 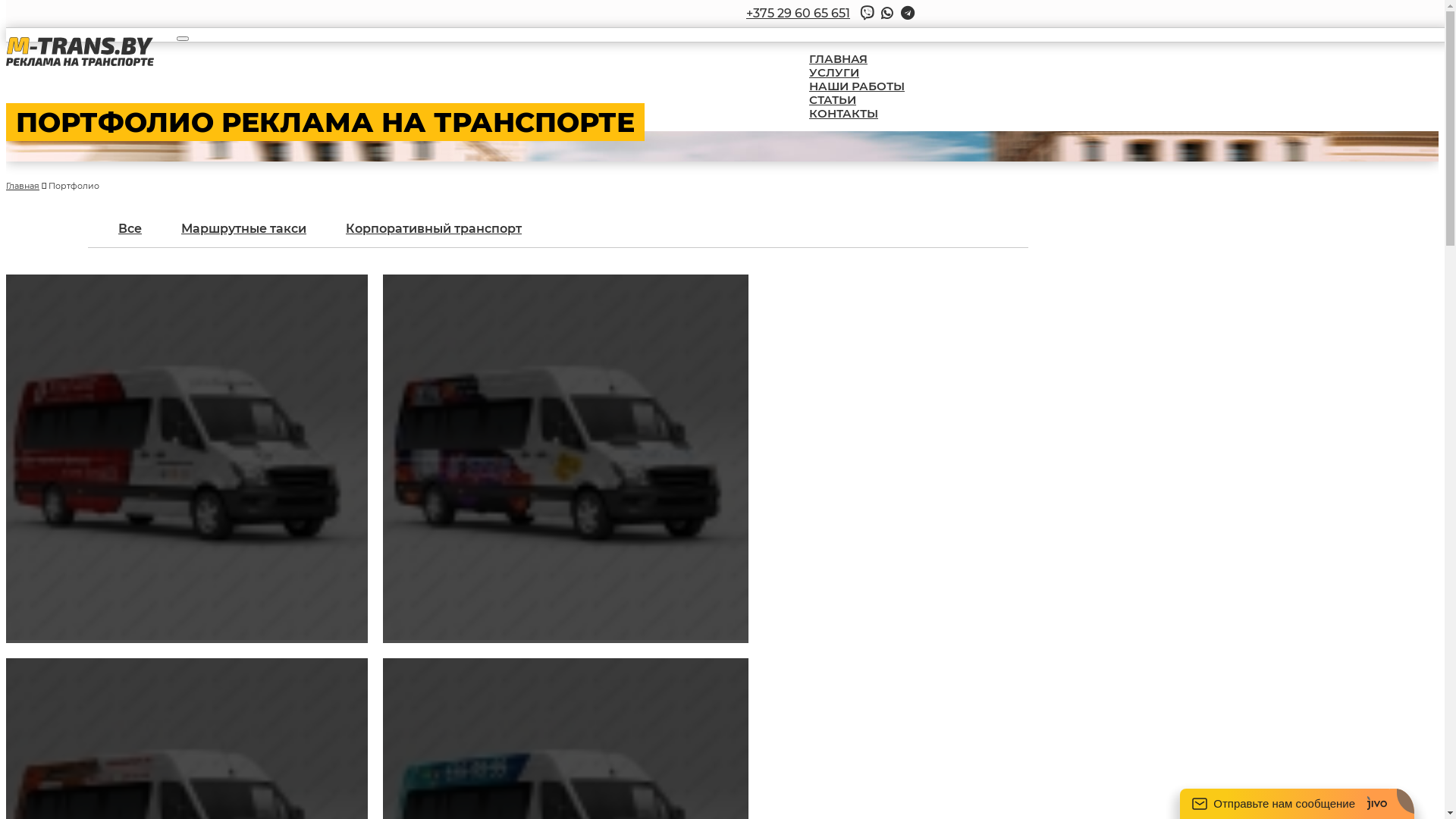 I want to click on '+375 29 60 65 651', so click(x=797, y=13).